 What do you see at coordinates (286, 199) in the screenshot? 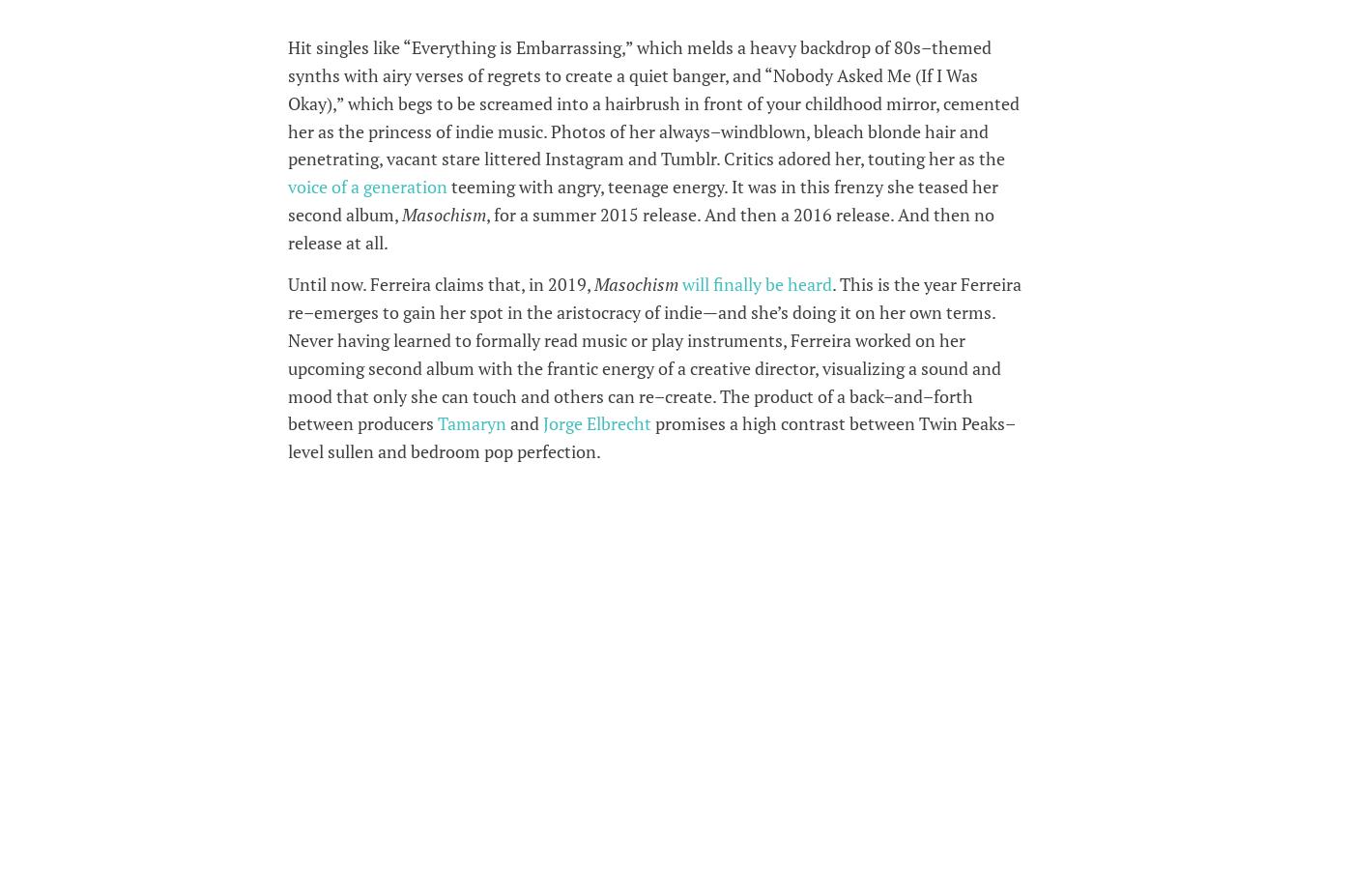
I see `'teeming with angry, teenage energy. It was in this frenzy she teased her second album,'` at bounding box center [286, 199].